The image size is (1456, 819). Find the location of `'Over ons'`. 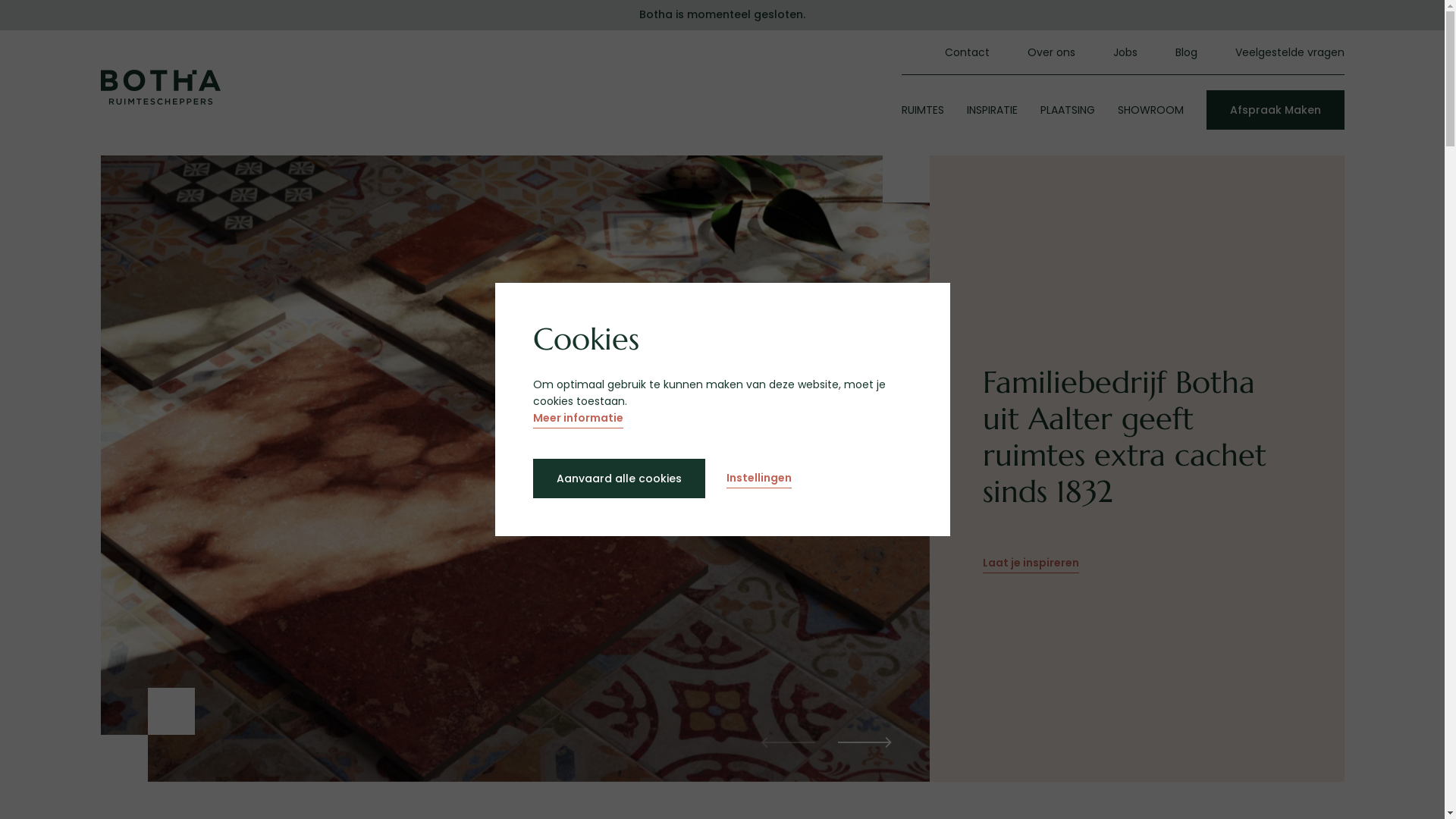

'Over ons' is located at coordinates (1050, 52).